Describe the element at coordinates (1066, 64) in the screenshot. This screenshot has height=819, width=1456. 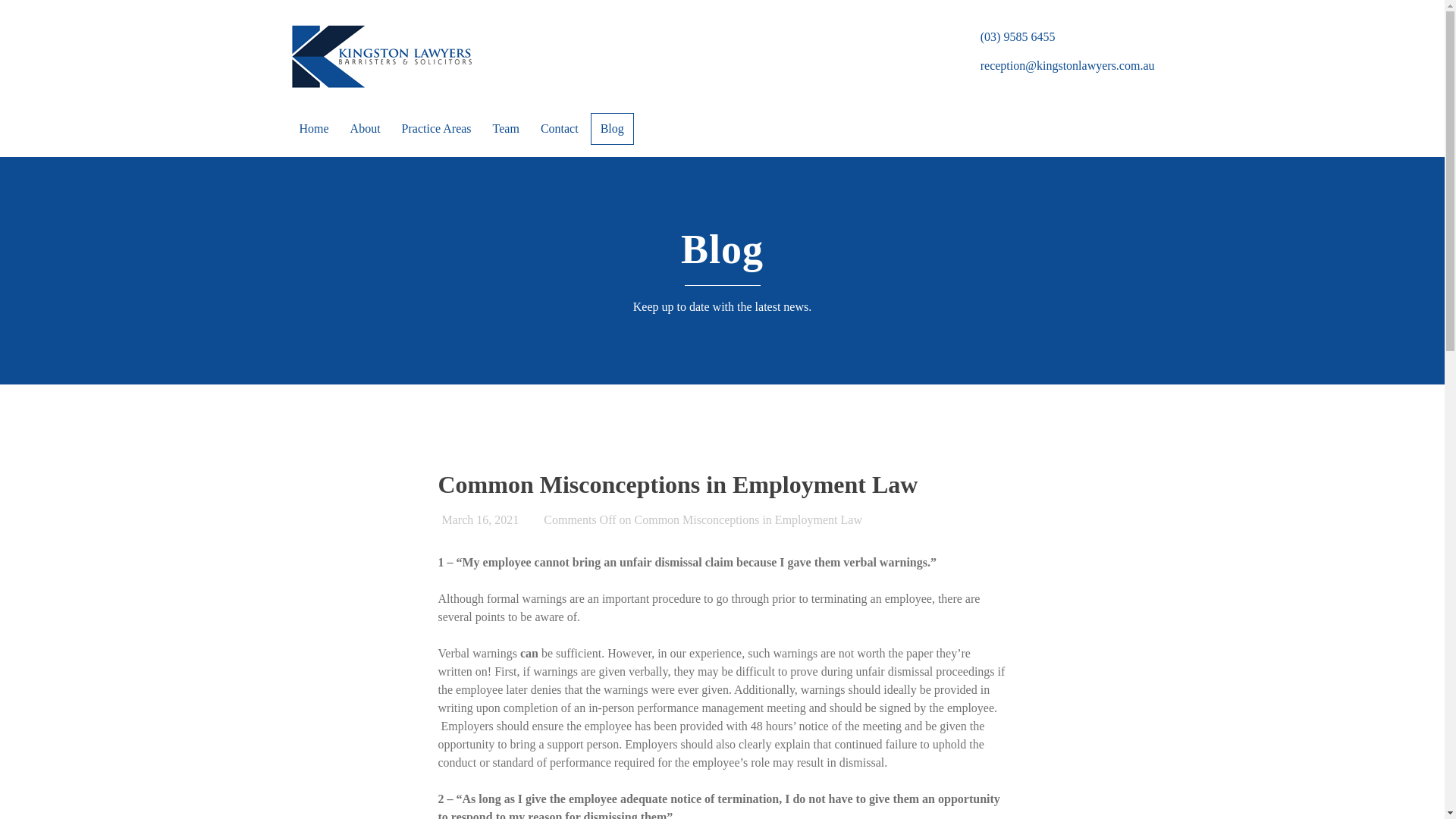
I see `'reception@kingstonlawyers.com.au'` at that location.